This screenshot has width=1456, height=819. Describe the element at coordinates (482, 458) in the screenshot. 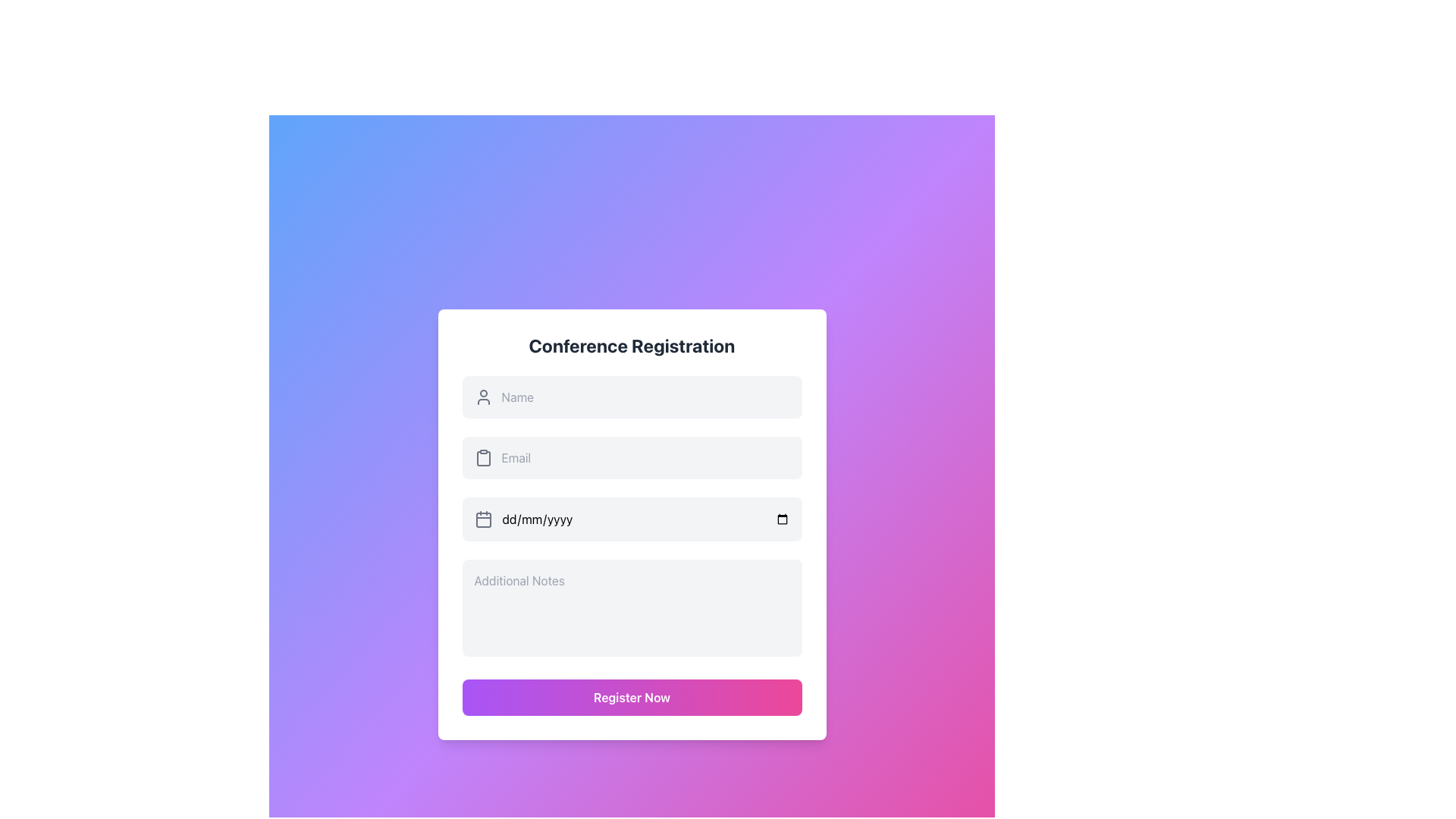

I see `the clipboard icon, which is a larger rectangular body located below the square header and to the left of the 'Email' text field` at that location.